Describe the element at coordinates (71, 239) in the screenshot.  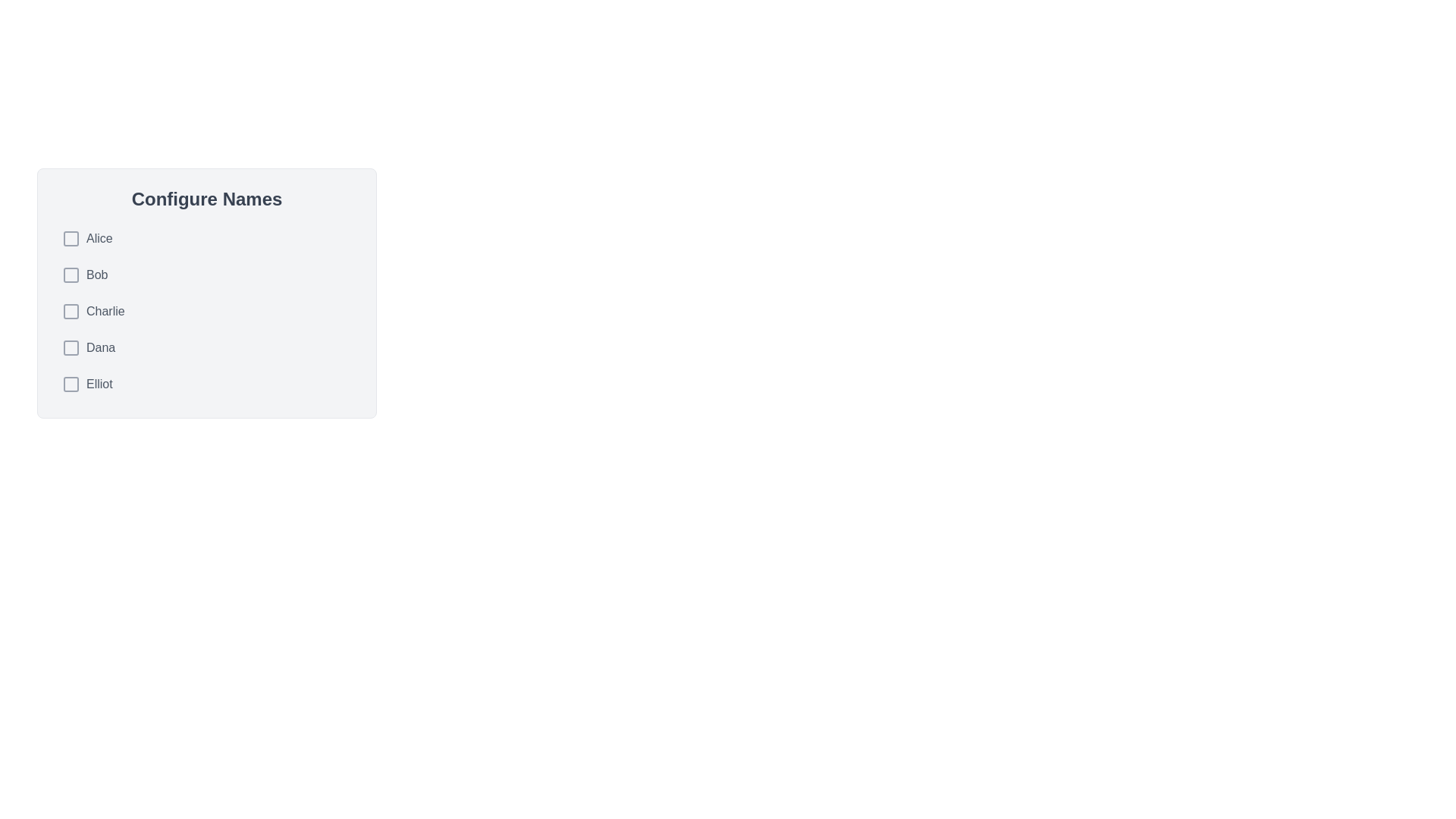
I see `the checkbox for 'Alice', which is the first element in a vertical list under the header 'Configure Names'` at that location.